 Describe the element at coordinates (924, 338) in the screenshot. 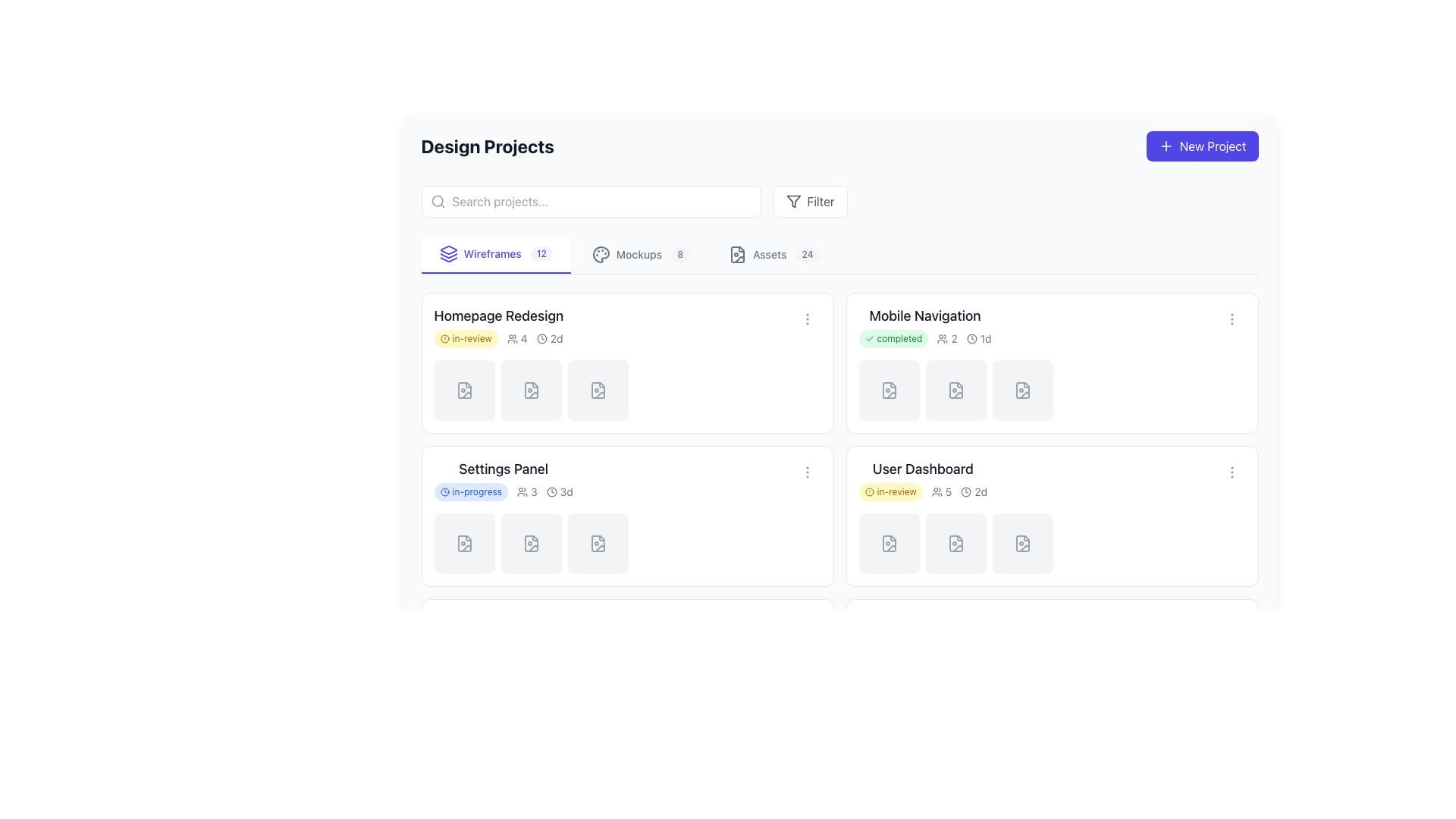

I see `the informational status display in the 'Mobile Navigation' section of the 'Design Projects' interface, which indicates project status, number of collaborators, and time duration` at that location.